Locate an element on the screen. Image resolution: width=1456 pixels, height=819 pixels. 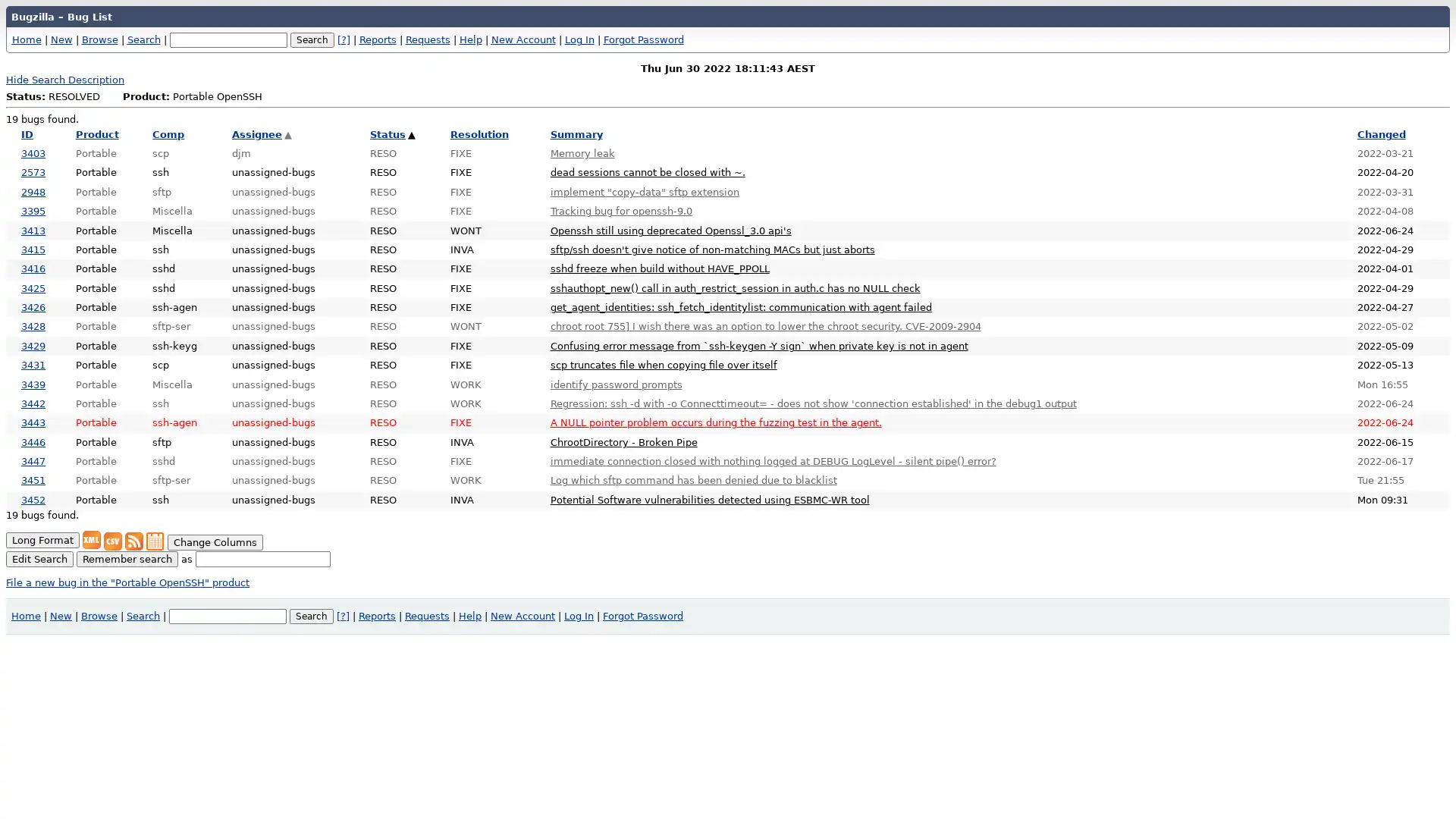
Long Format is located at coordinates (42, 539).